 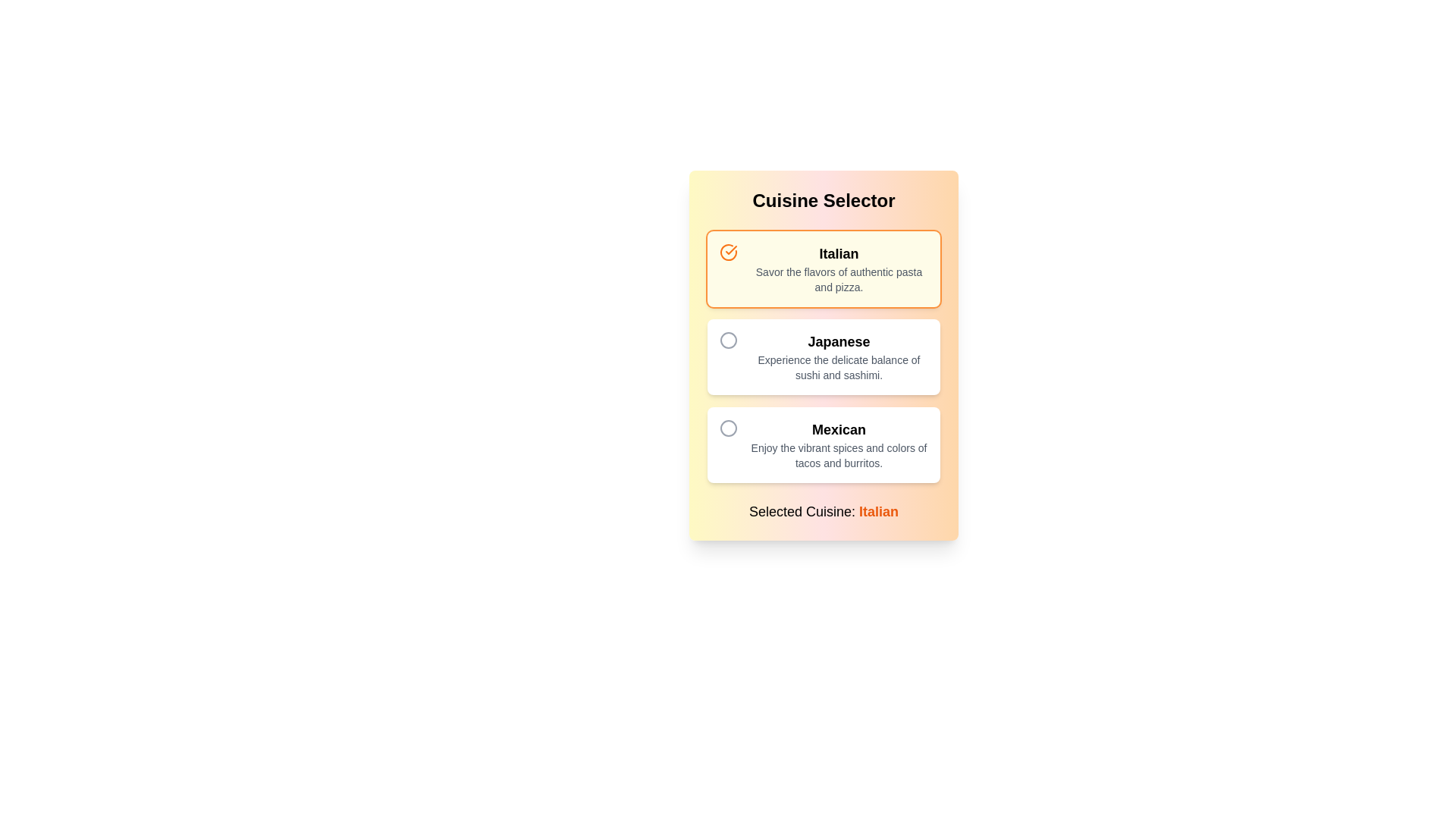 I want to click on the 'Mexican' text block which is the third item in a vertical list of selectable card-like items, styled with bold heading and description, so click(x=838, y=444).